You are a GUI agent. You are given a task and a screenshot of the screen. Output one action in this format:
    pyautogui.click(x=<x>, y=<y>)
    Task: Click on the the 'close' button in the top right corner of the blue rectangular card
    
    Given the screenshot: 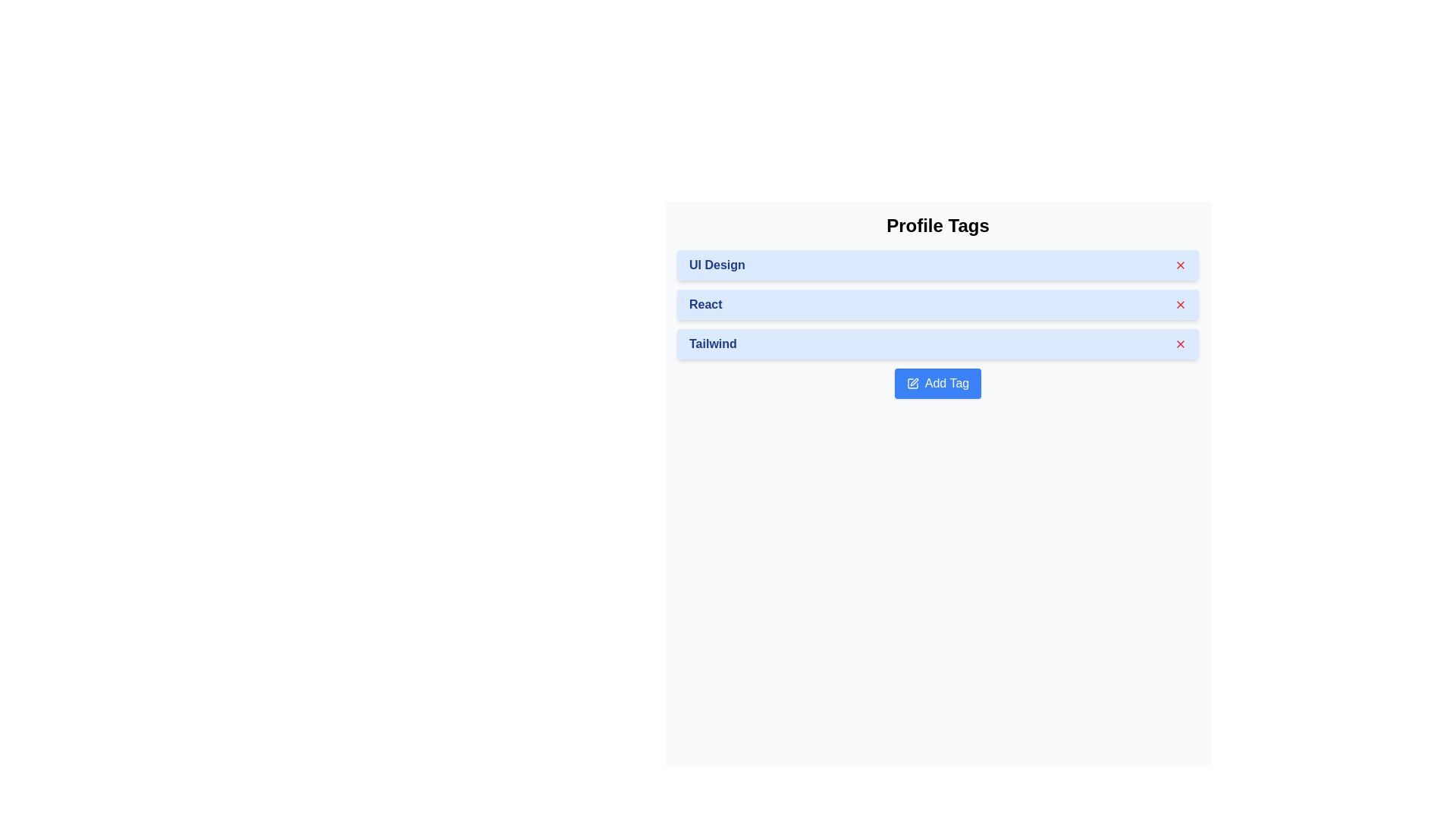 What is the action you would take?
    pyautogui.click(x=1179, y=265)
    